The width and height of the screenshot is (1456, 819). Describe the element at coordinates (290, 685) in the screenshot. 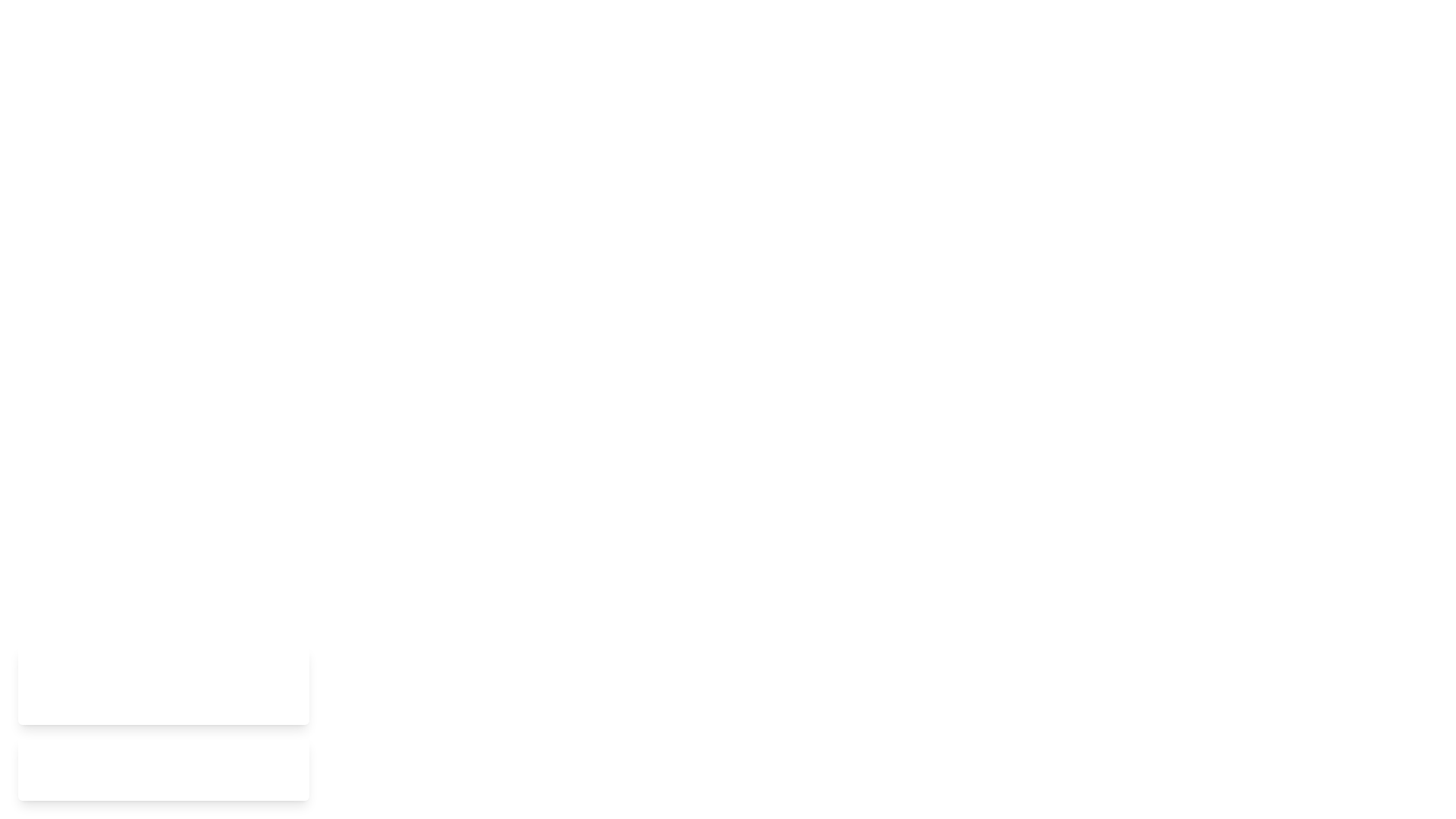

I see `the close button of the notification with title System Error` at that location.